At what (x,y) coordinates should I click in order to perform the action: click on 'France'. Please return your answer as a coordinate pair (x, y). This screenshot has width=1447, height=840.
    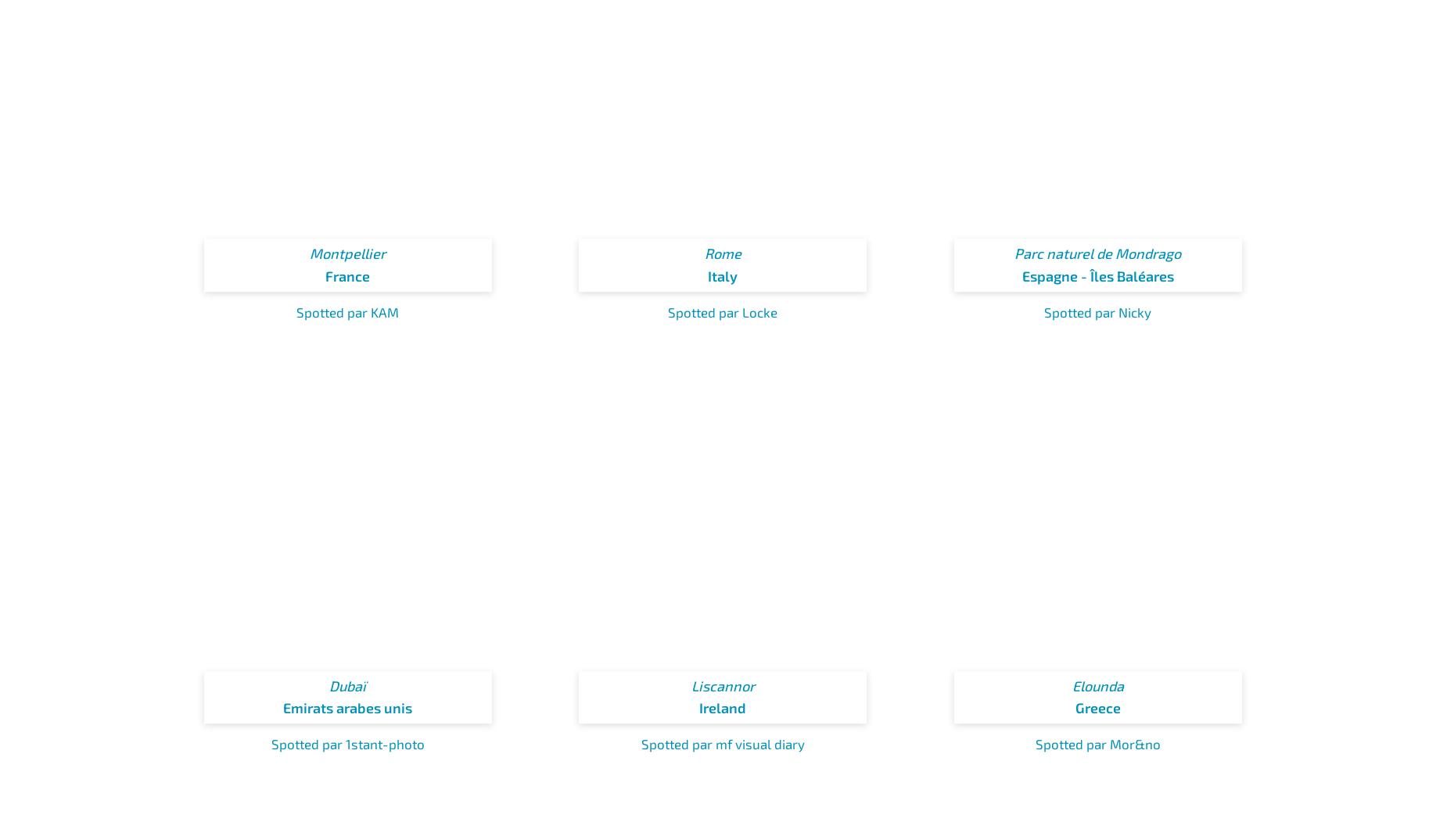
    Looking at the image, I should click on (325, 274).